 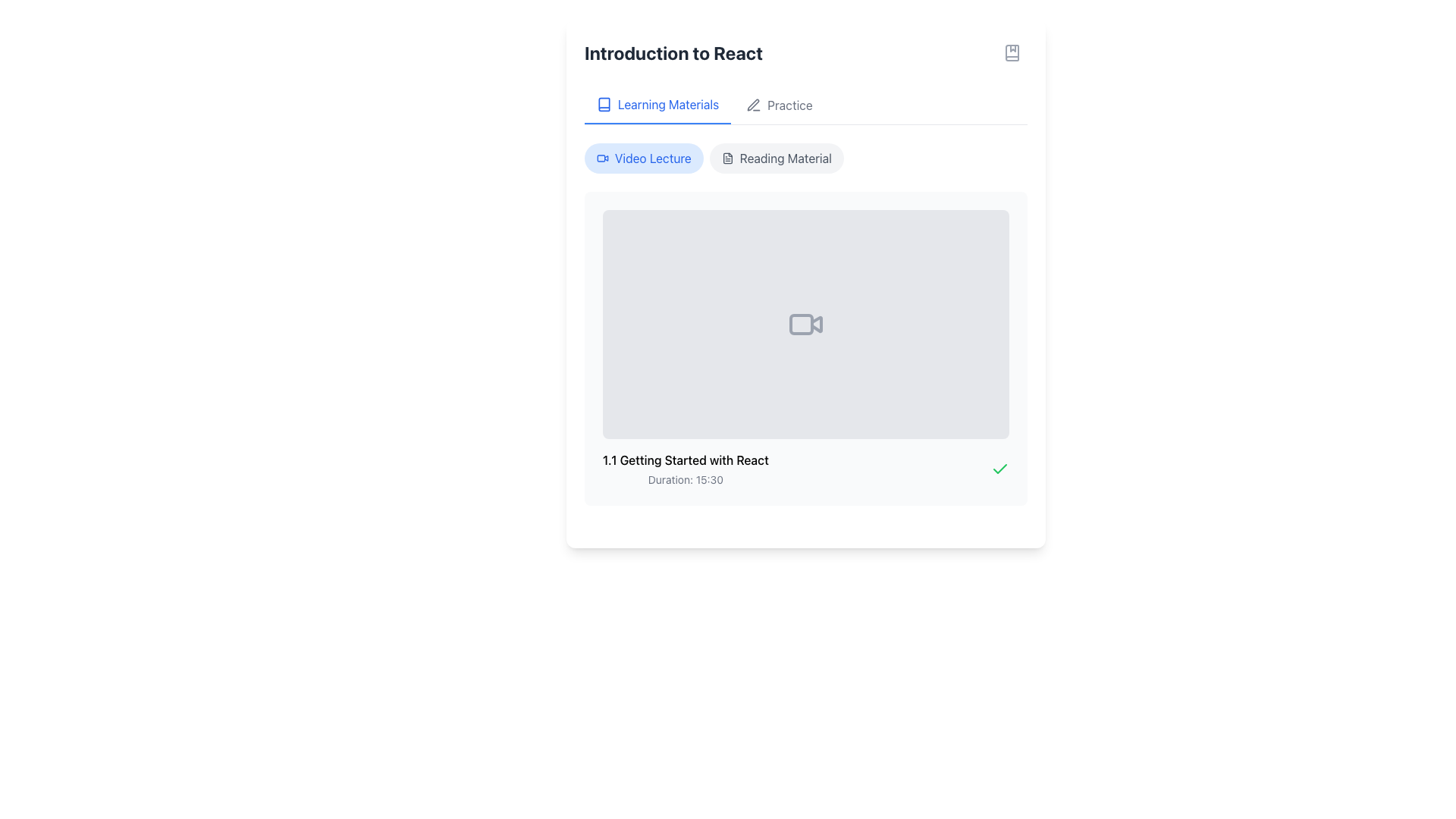 I want to click on the text label styled in a small gray font that reads 'Duration: 15:30', located below '1.1 Getting Started with React', so click(x=685, y=479).